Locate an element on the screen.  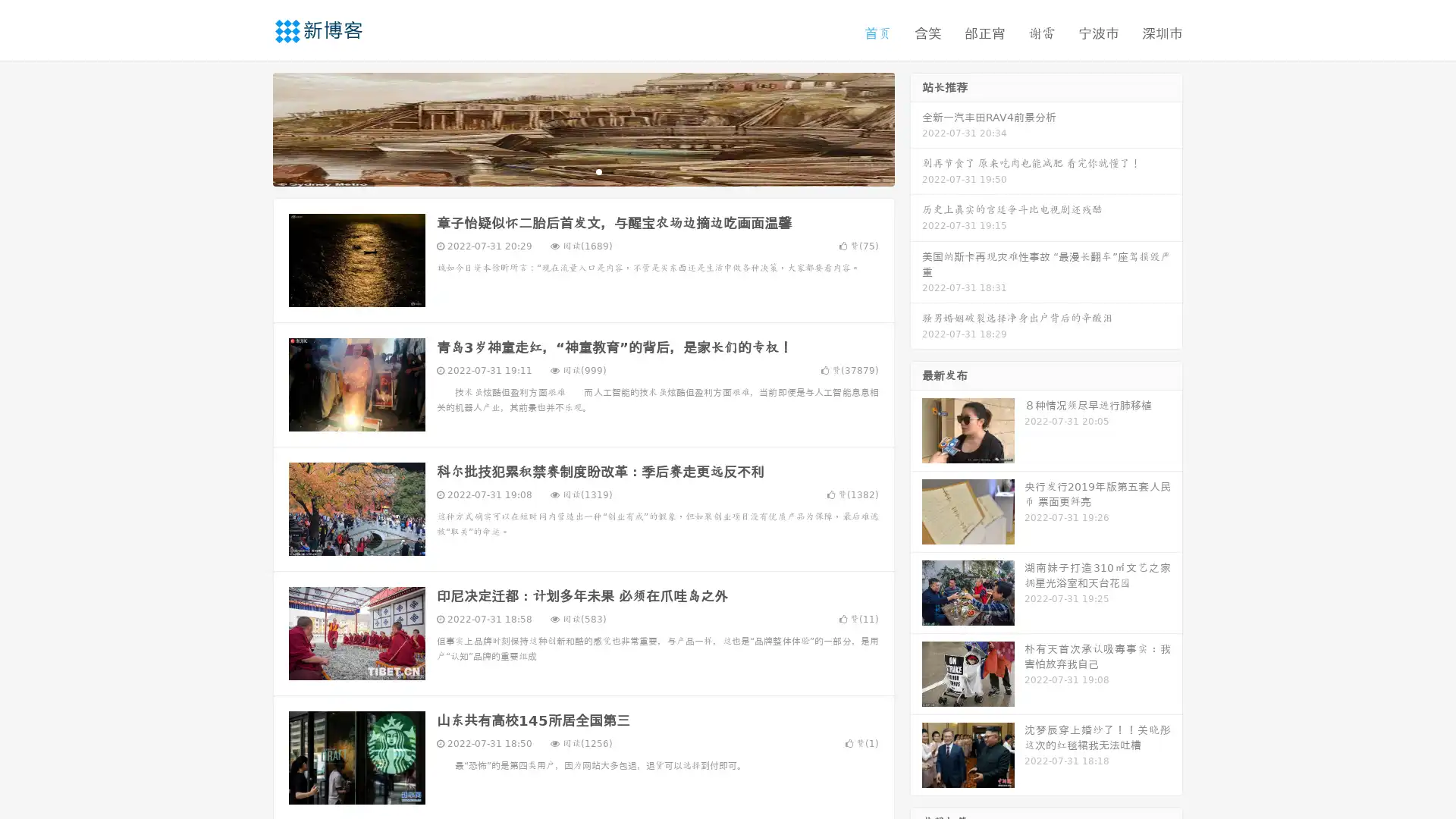
Next slide is located at coordinates (916, 127).